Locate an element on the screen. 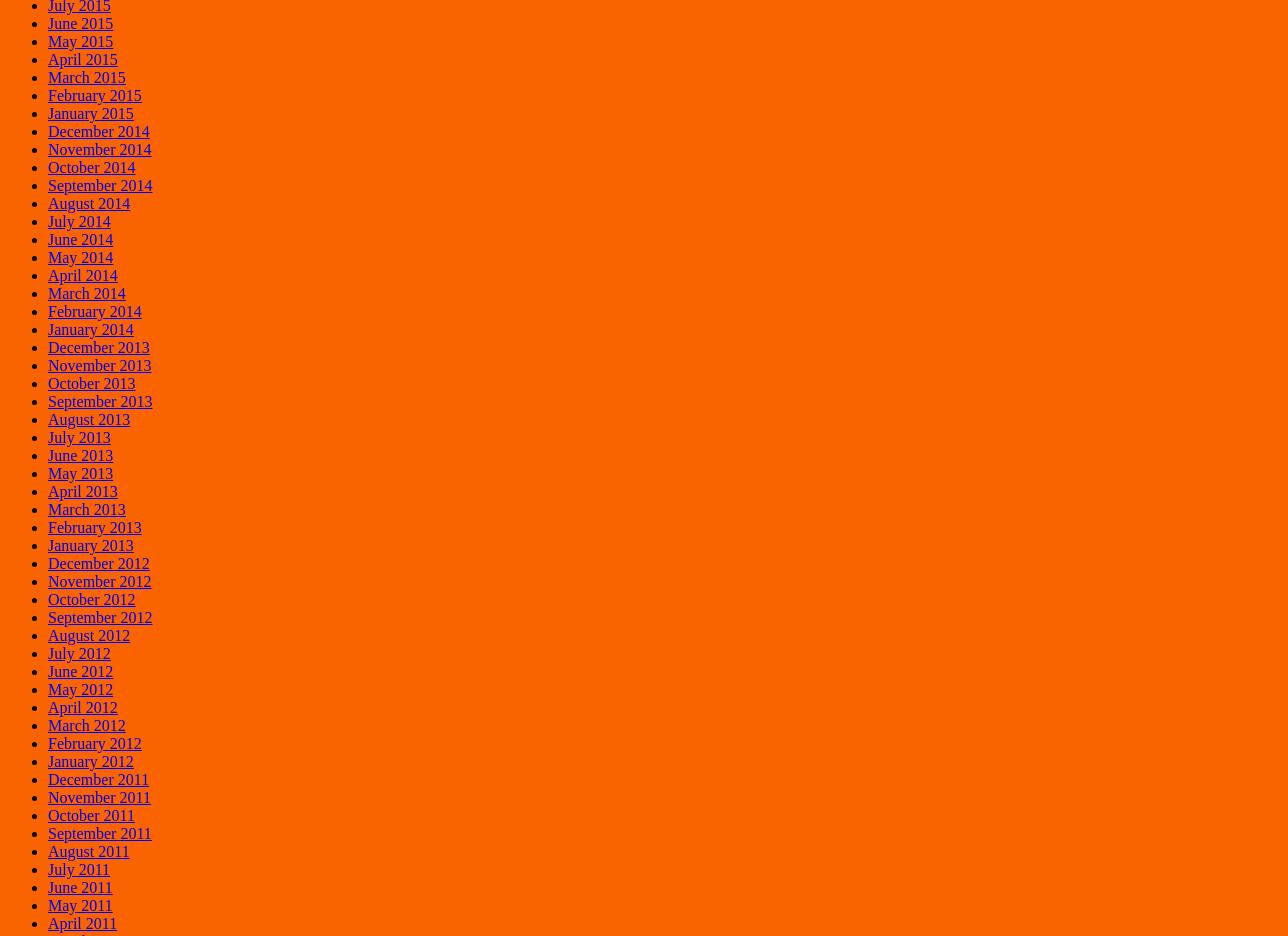 The image size is (1288, 936). 'May 2011' is located at coordinates (79, 904).